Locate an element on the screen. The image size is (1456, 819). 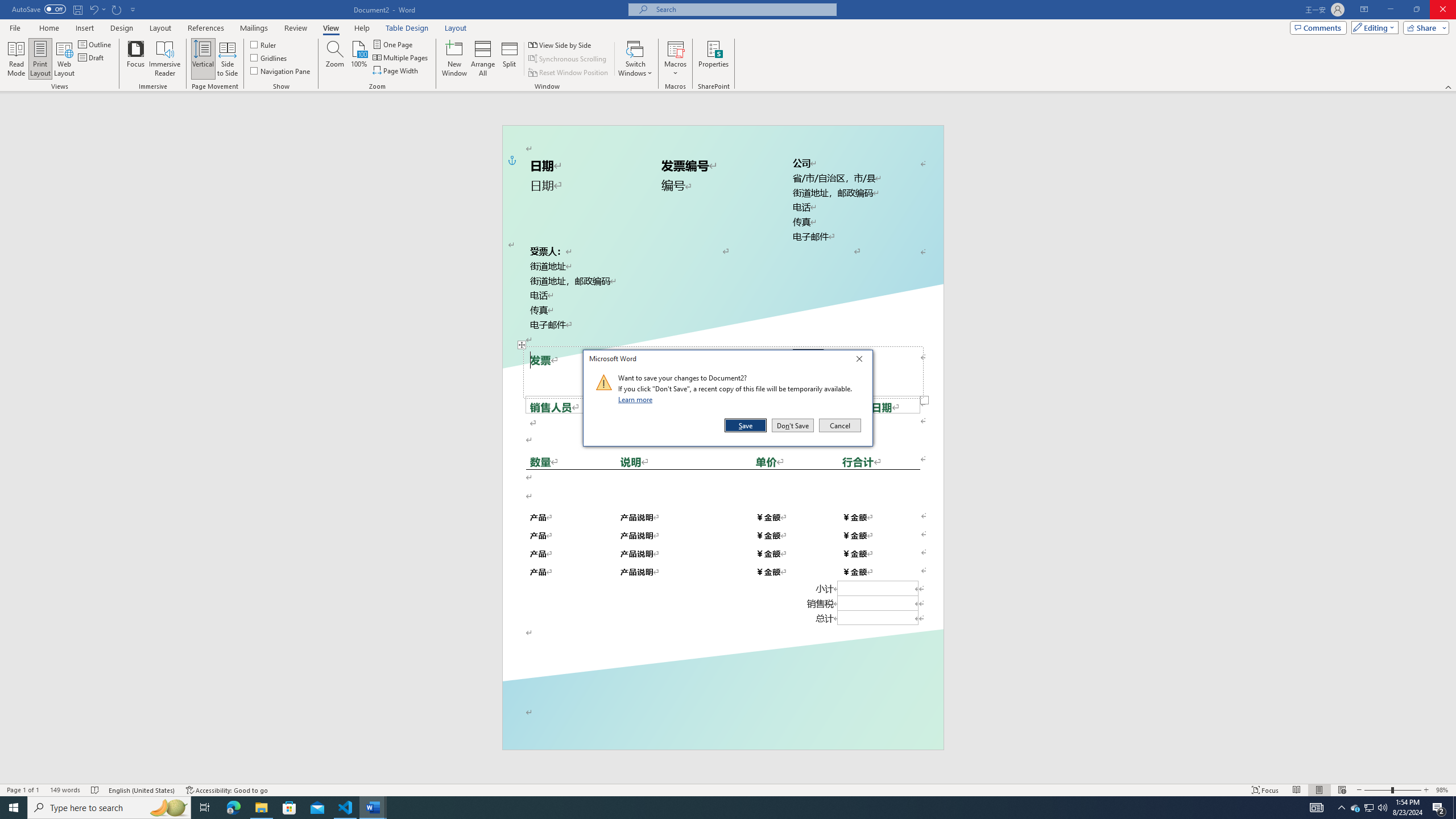
'Microsoft Edge' is located at coordinates (233, 806).